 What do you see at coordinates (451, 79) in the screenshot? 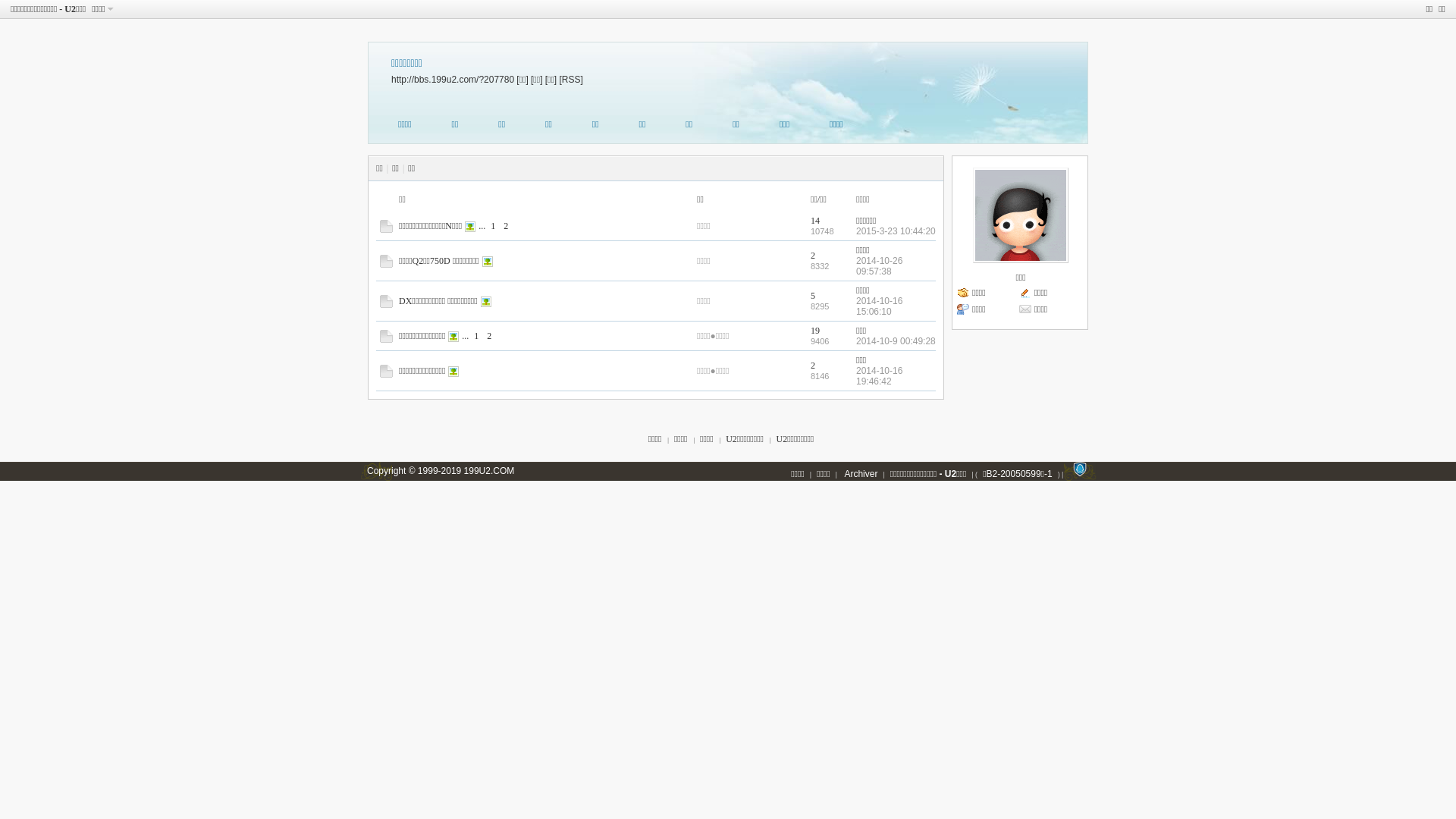
I see `'http://bbs.199u2.com/?207780'` at bounding box center [451, 79].